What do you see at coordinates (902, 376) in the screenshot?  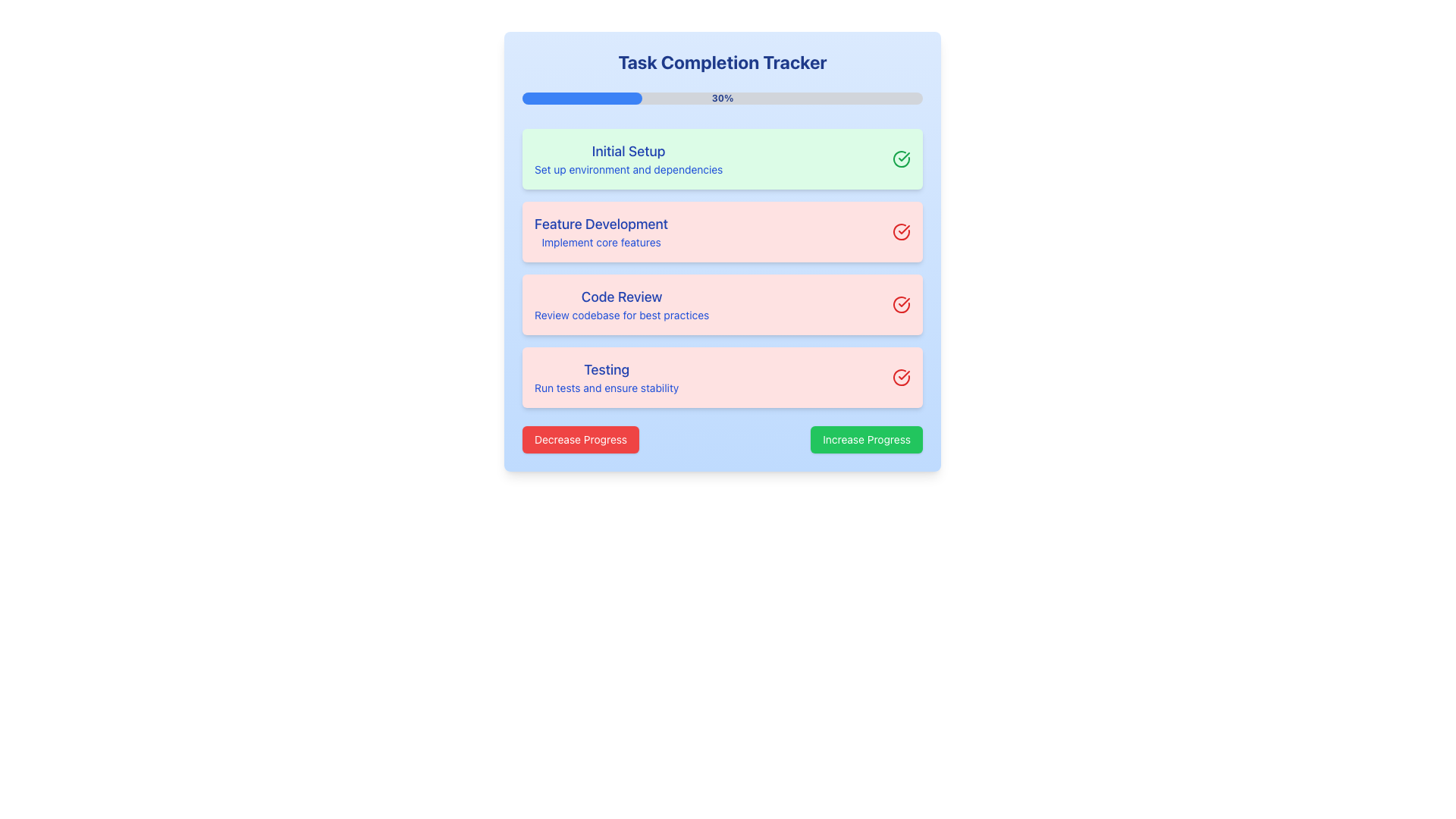 I see `the task completion status by clicking on the completion icon located at the right end of the 'Testing' task card, which indicates the completion of the task 'Run tests and ensure stability.'` at bounding box center [902, 376].